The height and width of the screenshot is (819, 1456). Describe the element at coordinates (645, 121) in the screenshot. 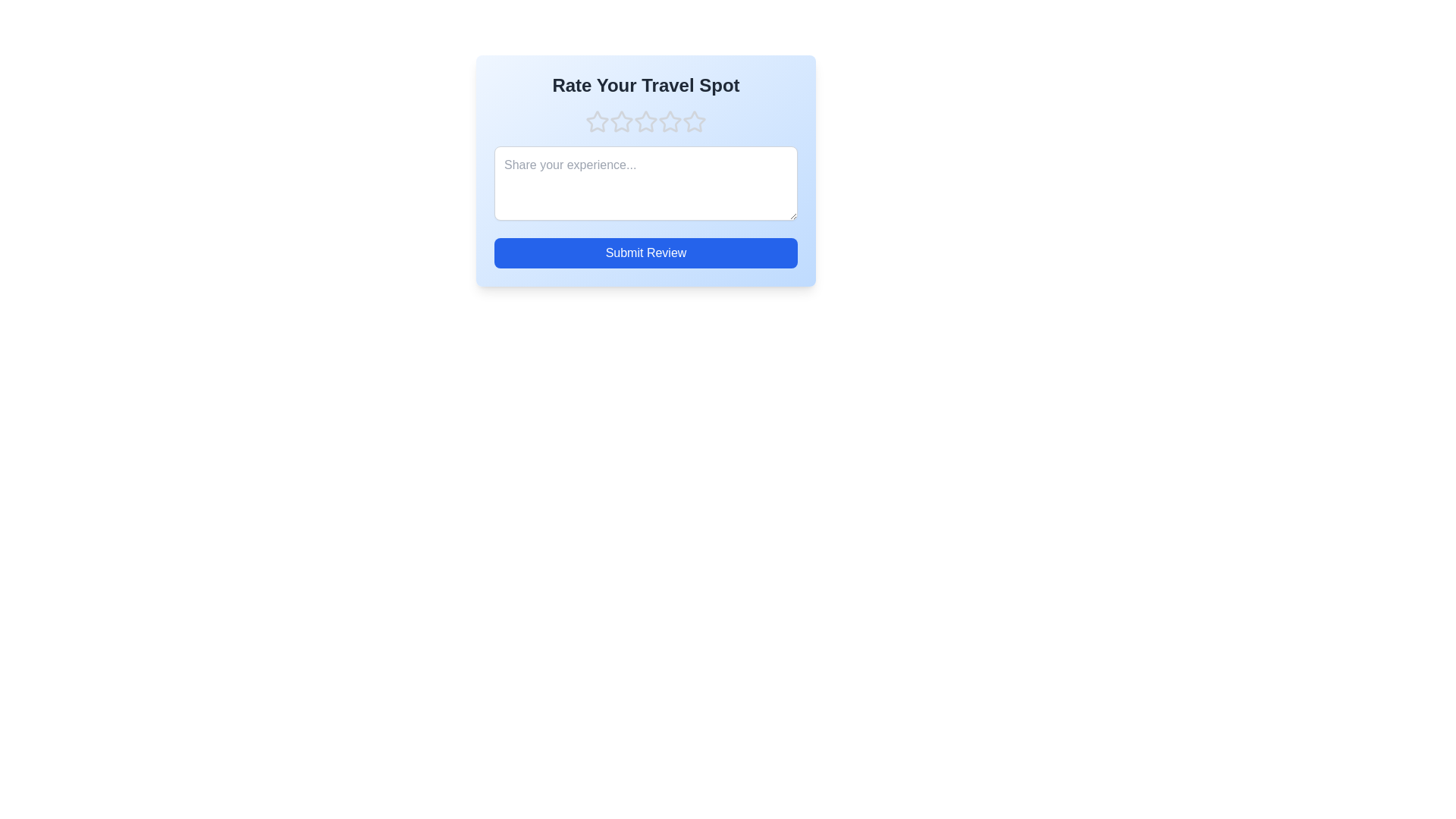

I see `the travel spot rating to 3 stars by clicking on the corresponding star` at that location.